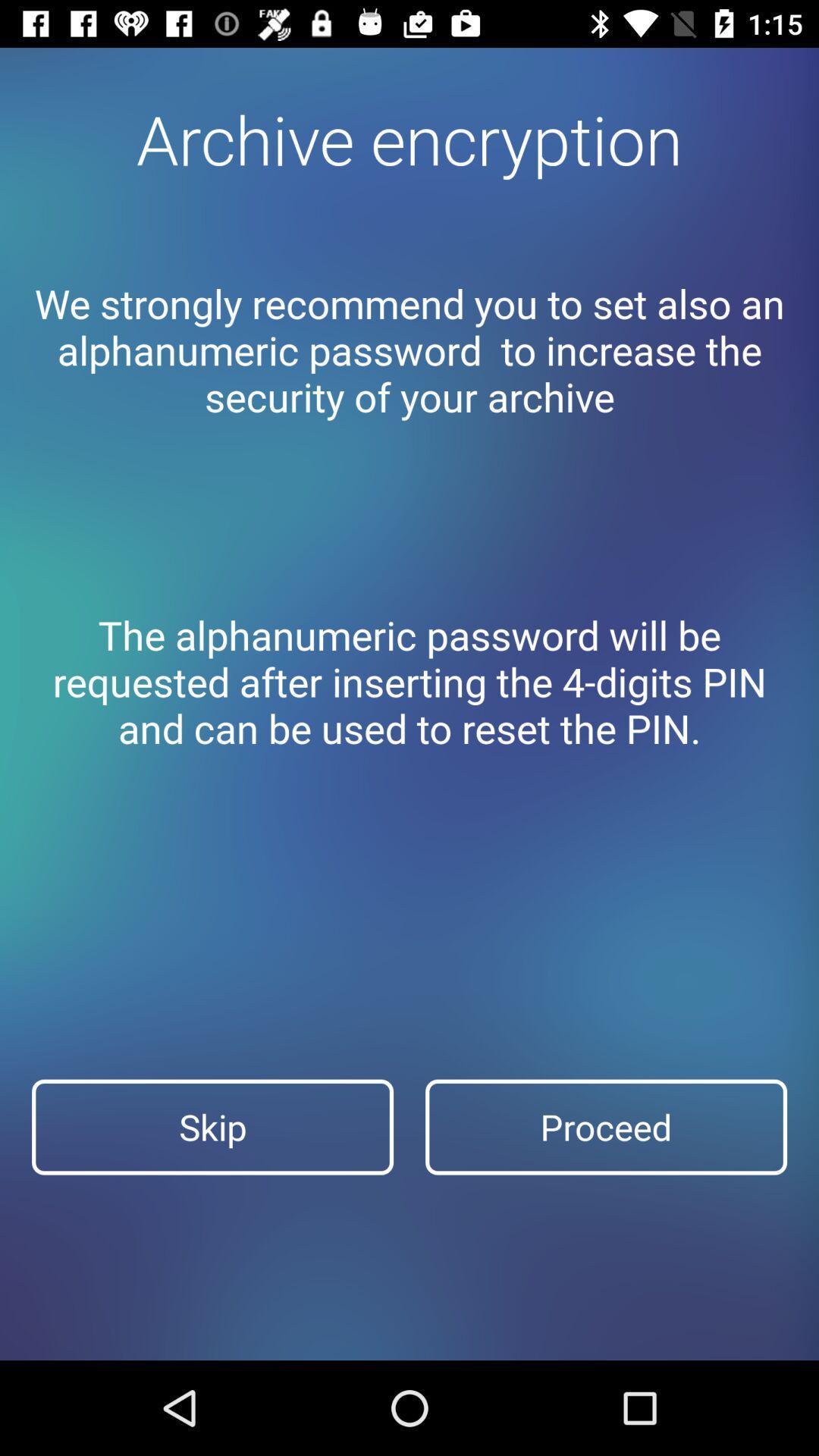 This screenshot has height=1456, width=819. What do you see at coordinates (605, 1127) in the screenshot?
I see `the item to the right of the skip icon` at bounding box center [605, 1127].